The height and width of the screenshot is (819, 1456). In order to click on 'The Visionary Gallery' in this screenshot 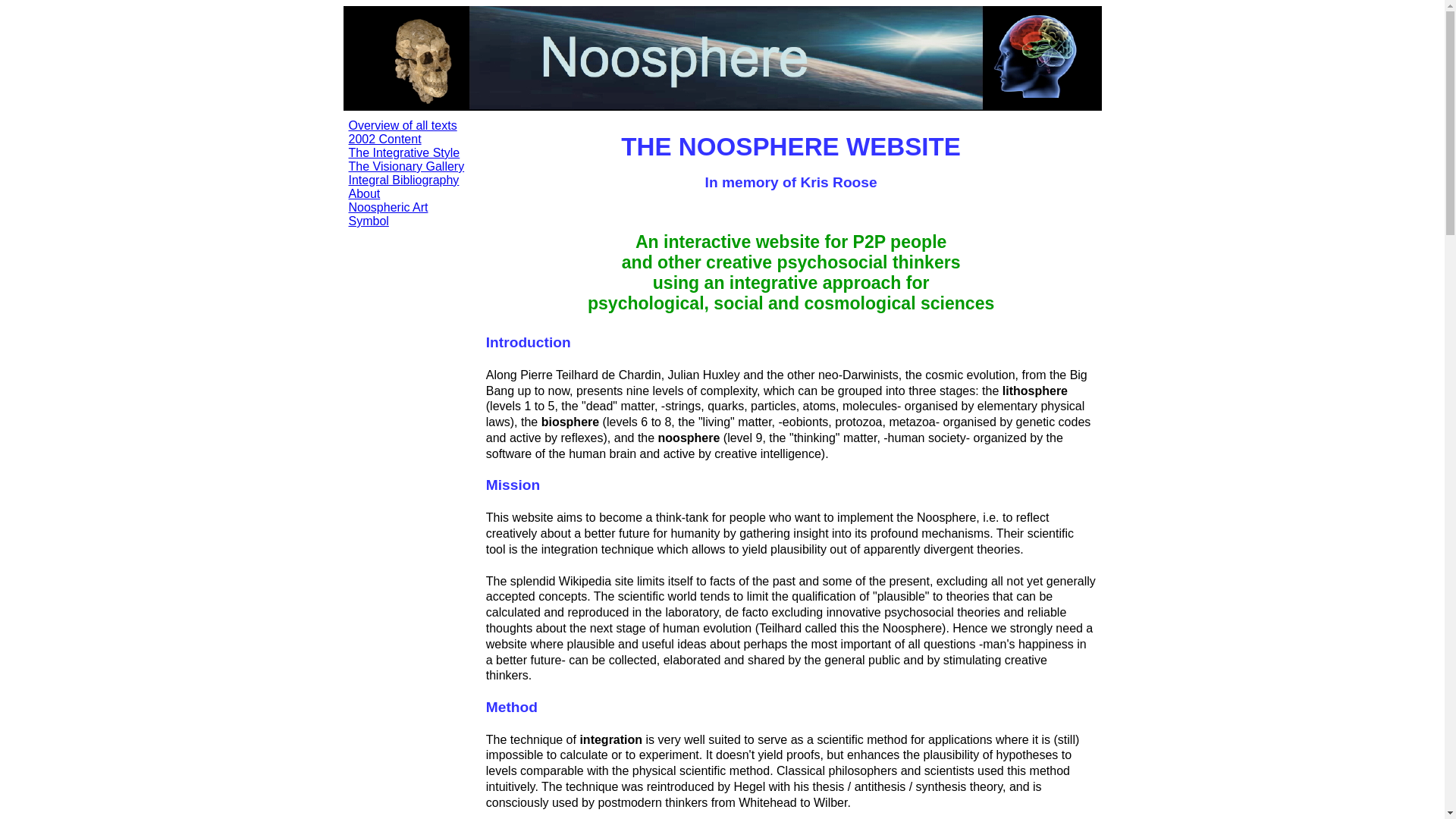, I will do `click(348, 166)`.